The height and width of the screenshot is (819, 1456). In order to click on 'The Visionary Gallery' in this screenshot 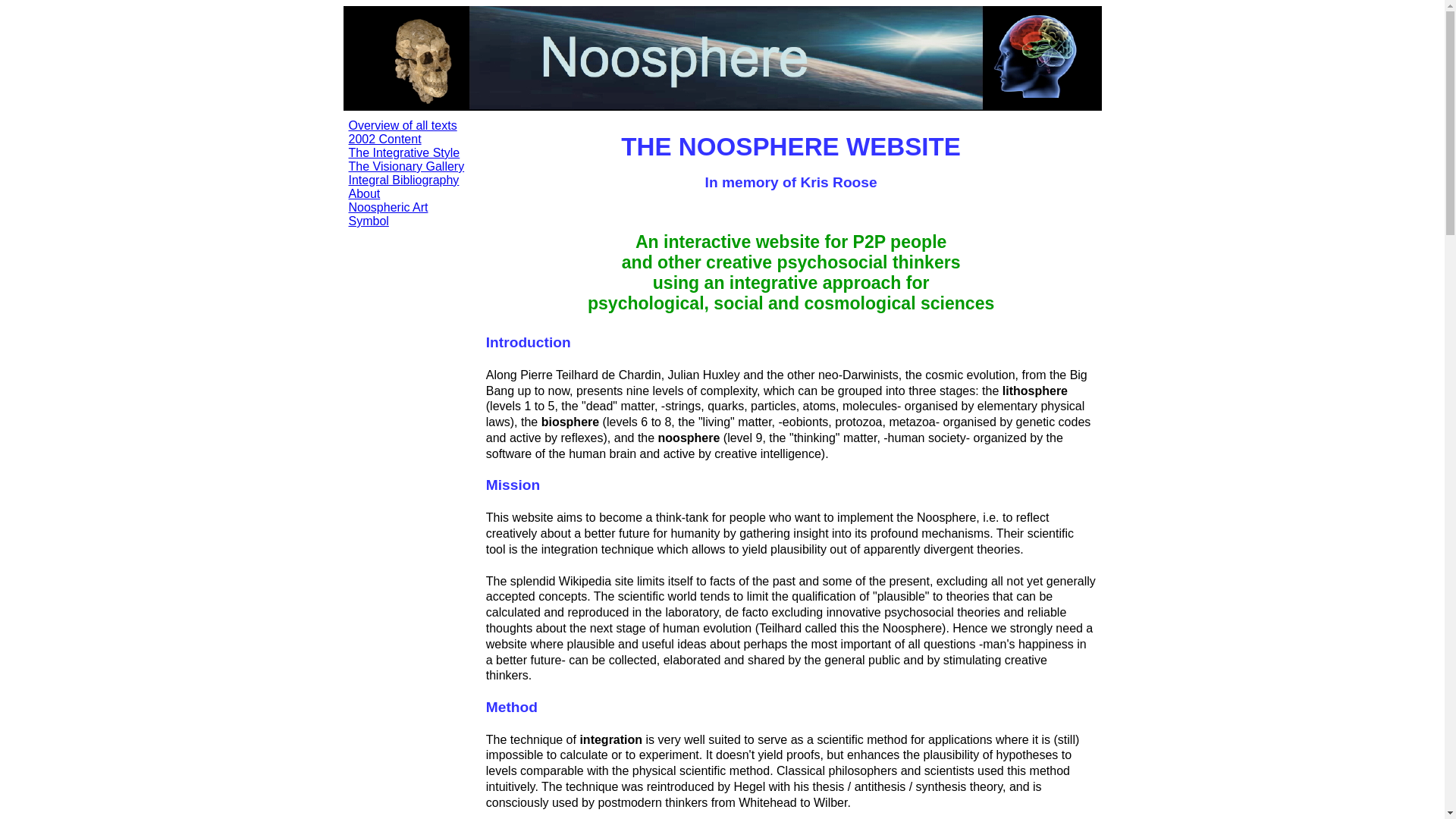, I will do `click(348, 166)`.